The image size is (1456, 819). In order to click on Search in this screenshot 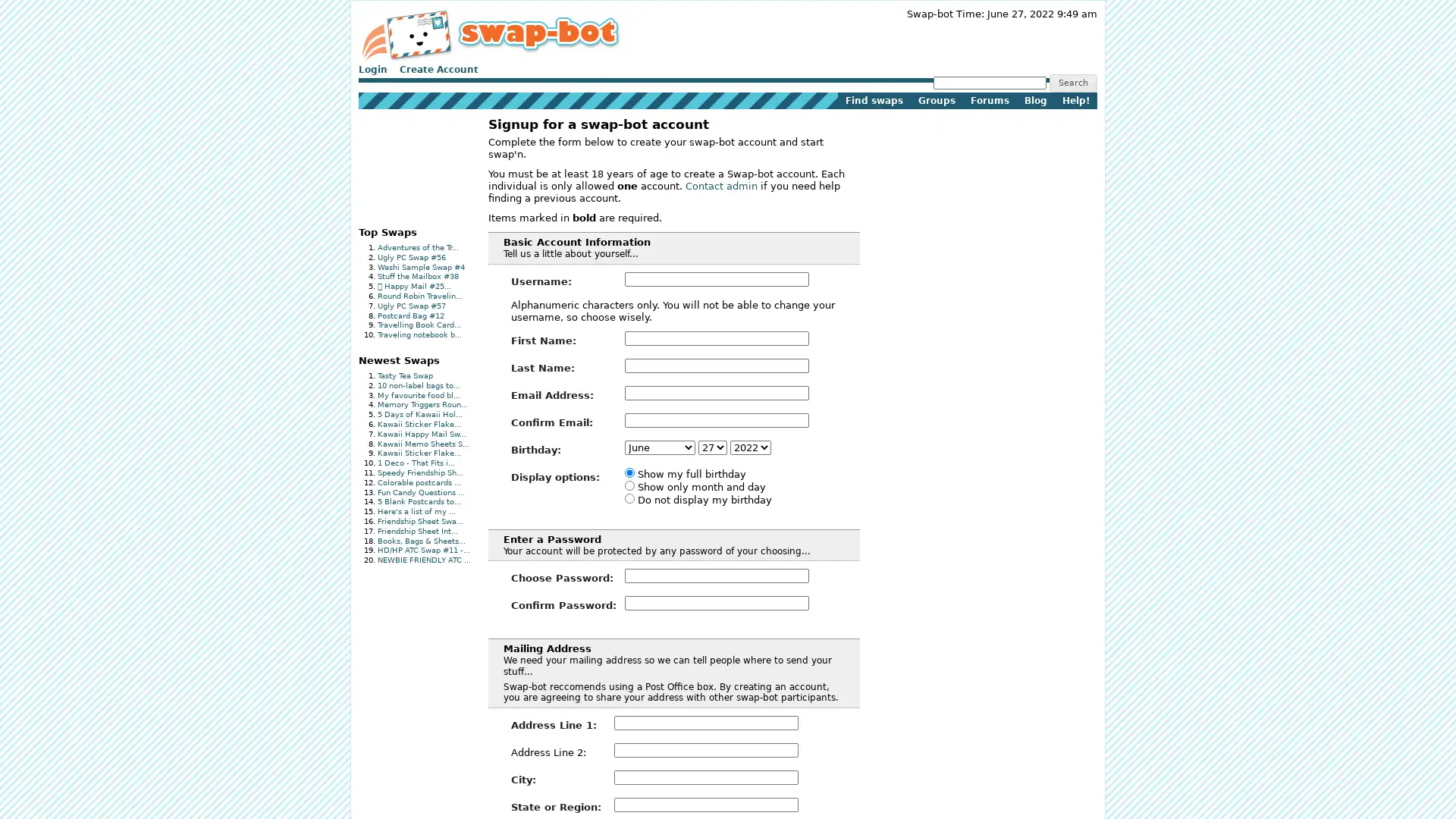, I will do `click(1072, 83)`.